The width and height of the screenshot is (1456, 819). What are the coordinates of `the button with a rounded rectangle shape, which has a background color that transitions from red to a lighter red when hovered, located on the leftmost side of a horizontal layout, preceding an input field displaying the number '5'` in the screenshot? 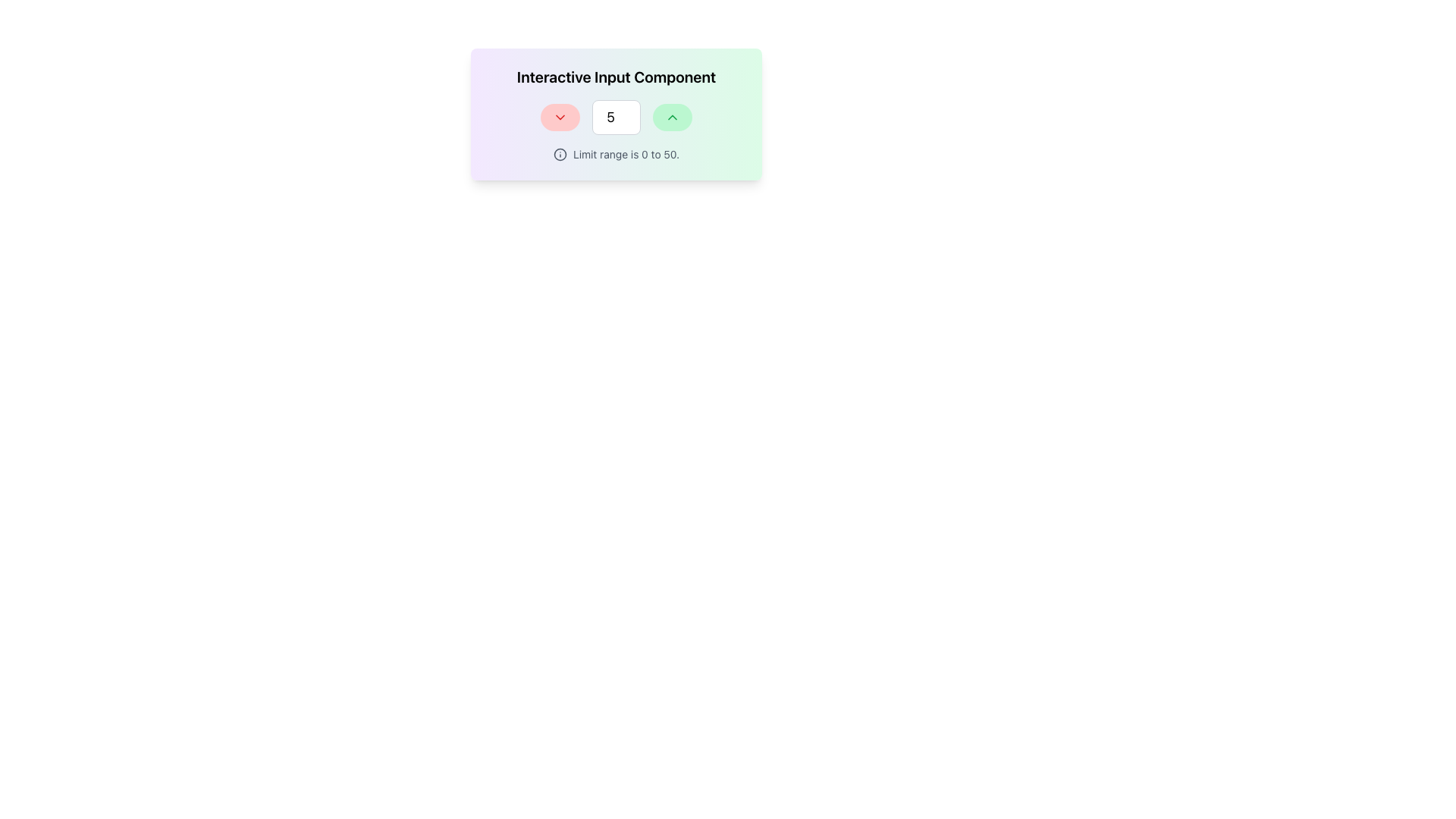 It's located at (560, 116).